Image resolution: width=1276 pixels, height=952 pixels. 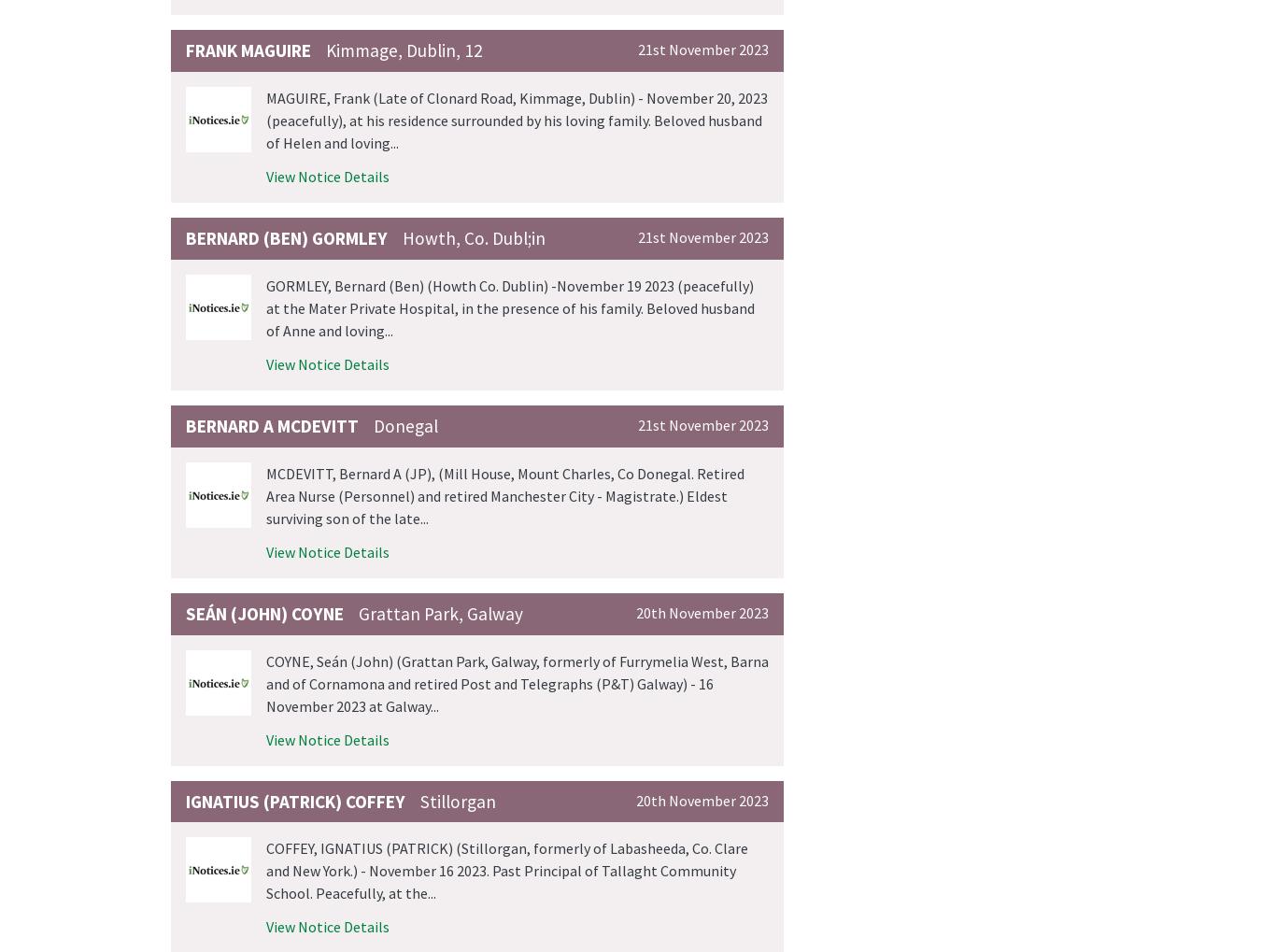 I want to click on 'Grattan Park, Galway', so click(x=440, y=612).